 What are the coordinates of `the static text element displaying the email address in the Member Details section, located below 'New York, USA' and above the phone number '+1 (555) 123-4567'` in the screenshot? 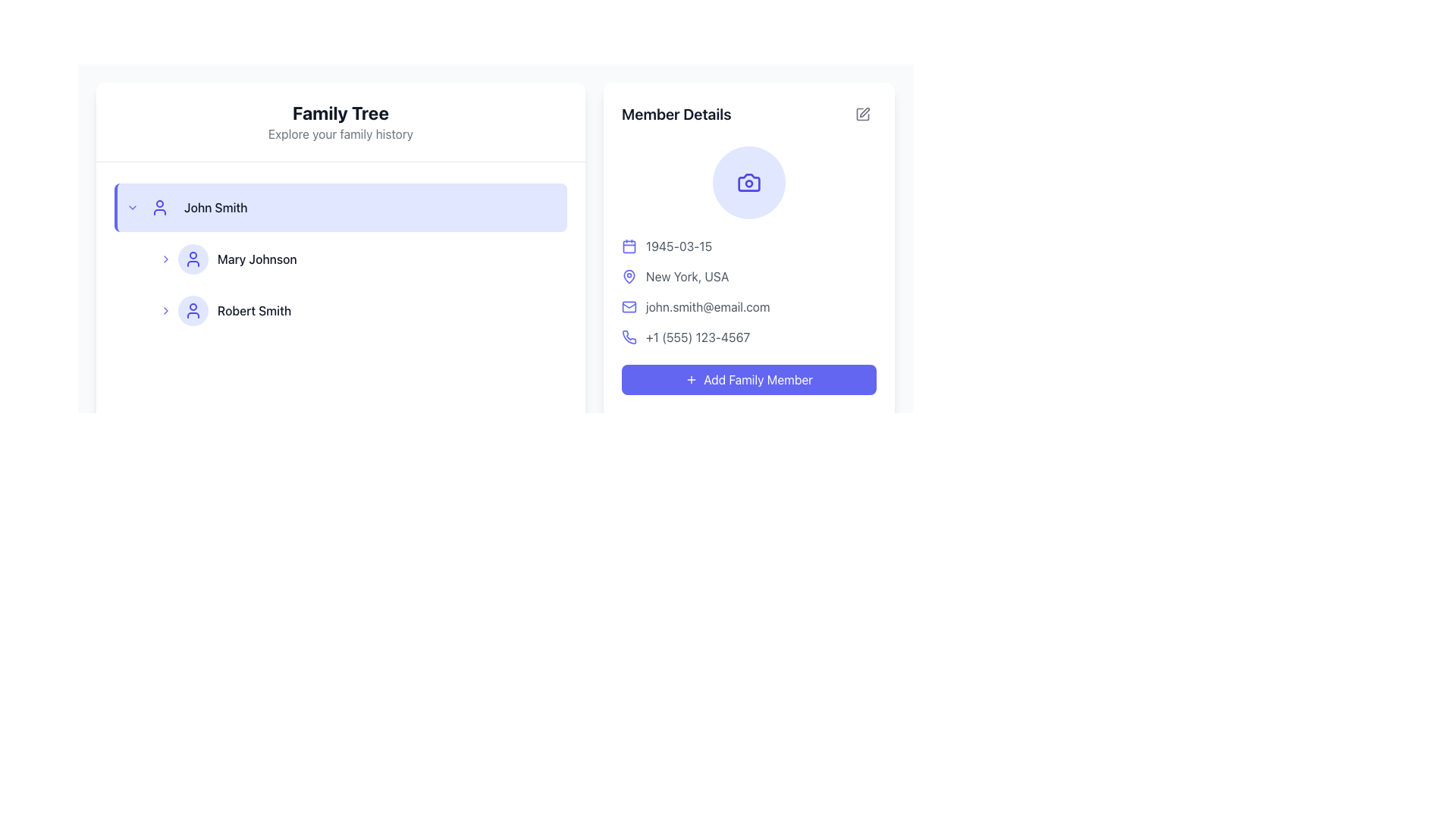 It's located at (707, 307).